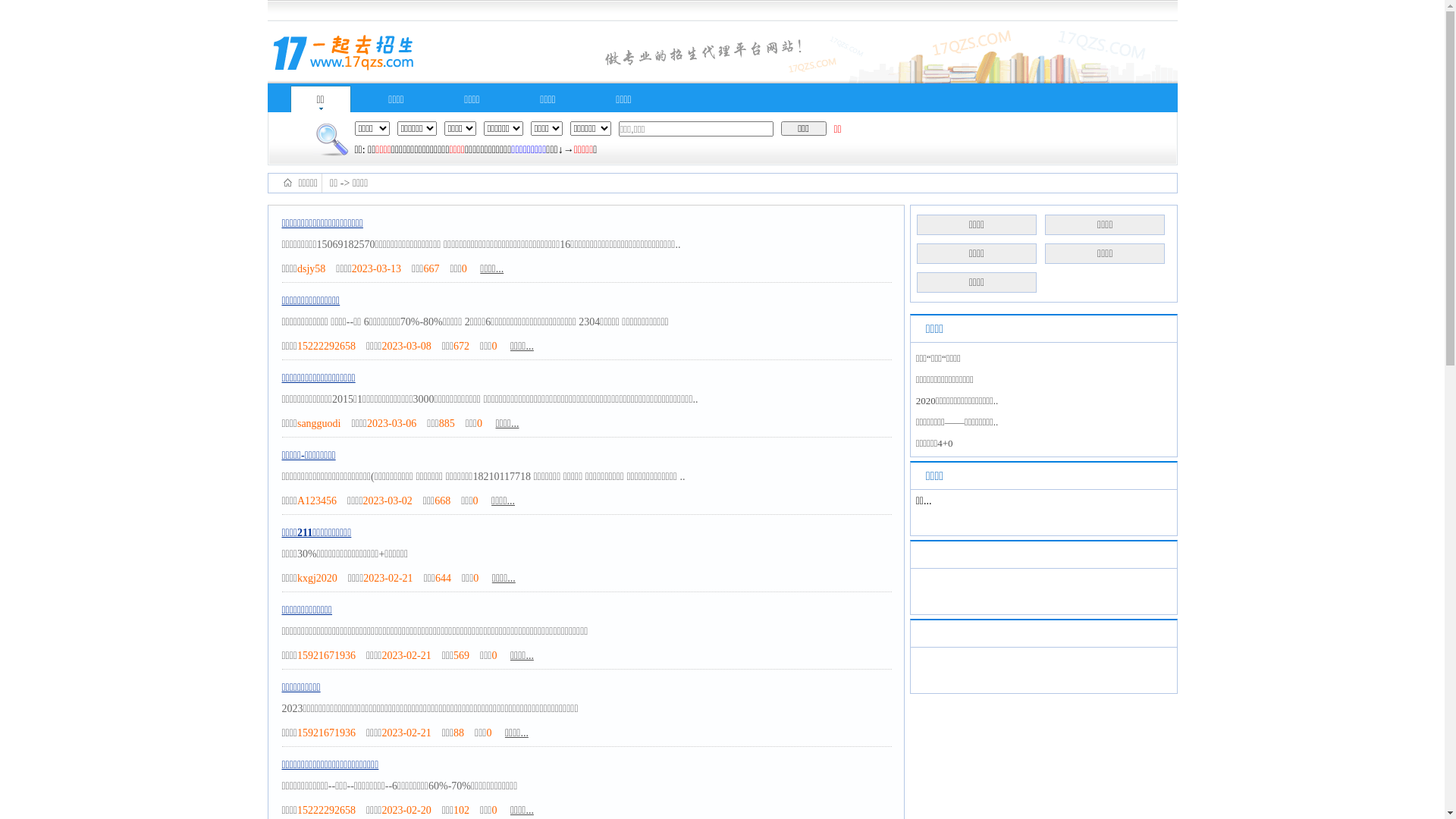 This screenshot has width=1456, height=819. What do you see at coordinates (435, 578) in the screenshot?
I see `'644'` at bounding box center [435, 578].